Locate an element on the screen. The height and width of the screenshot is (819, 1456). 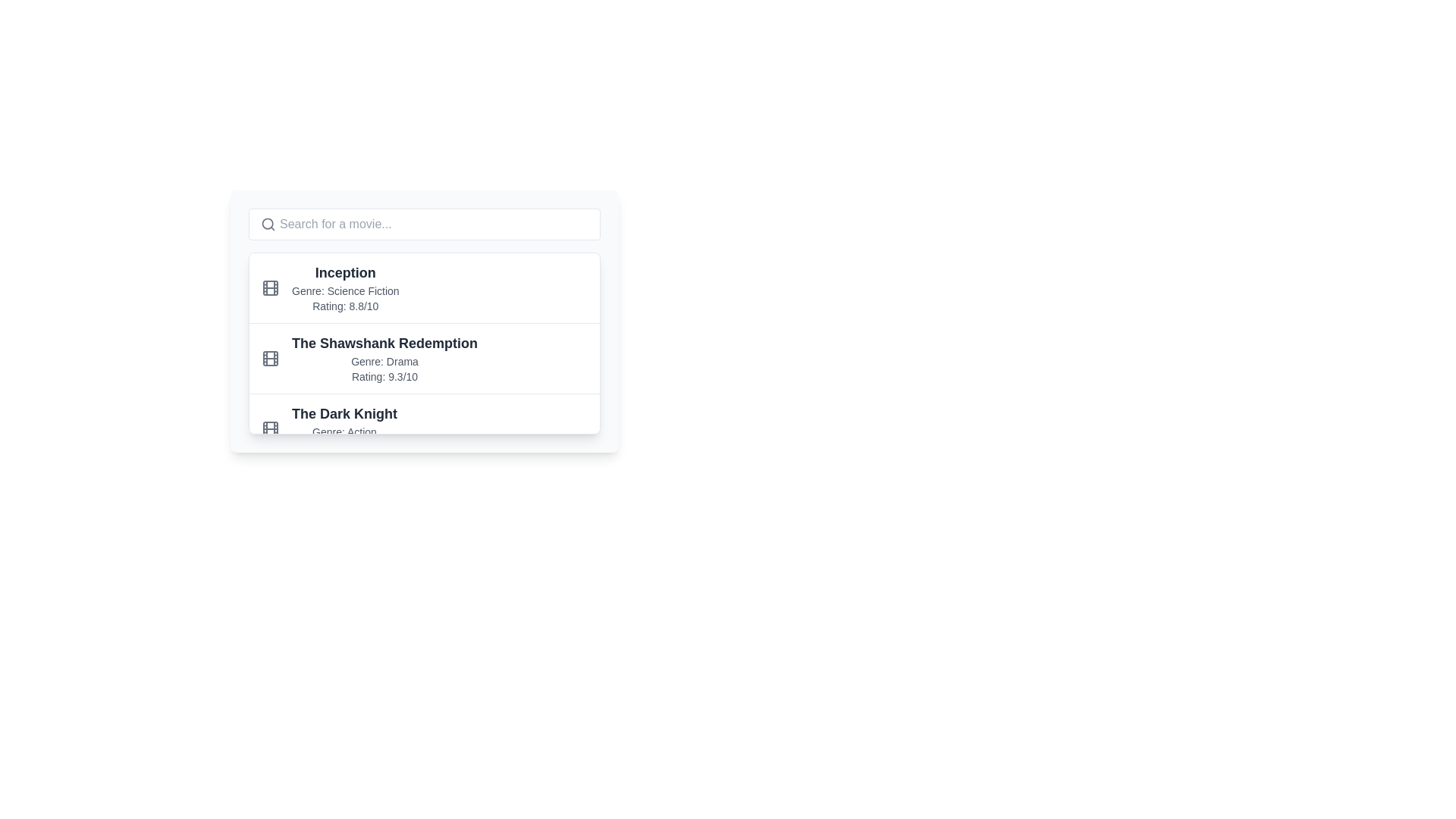
the movie card for 'The Dark Knight', which is the third item in the vertical list of movies, featuring a film strip icon, bold title, and metadata about genre and rating is located at coordinates (425, 428).